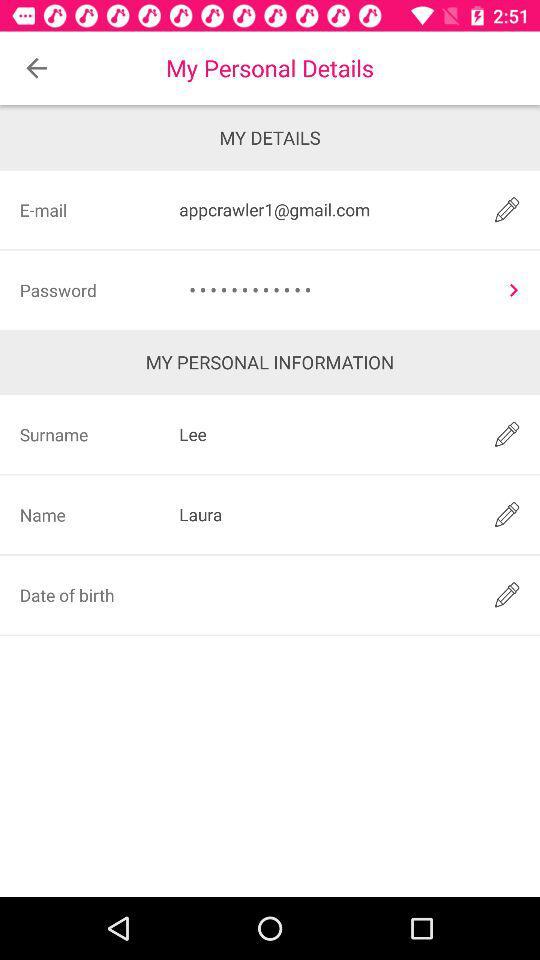 Image resolution: width=540 pixels, height=960 pixels. What do you see at coordinates (513, 289) in the screenshot?
I see `see the password` at bounding box center [513, 289].